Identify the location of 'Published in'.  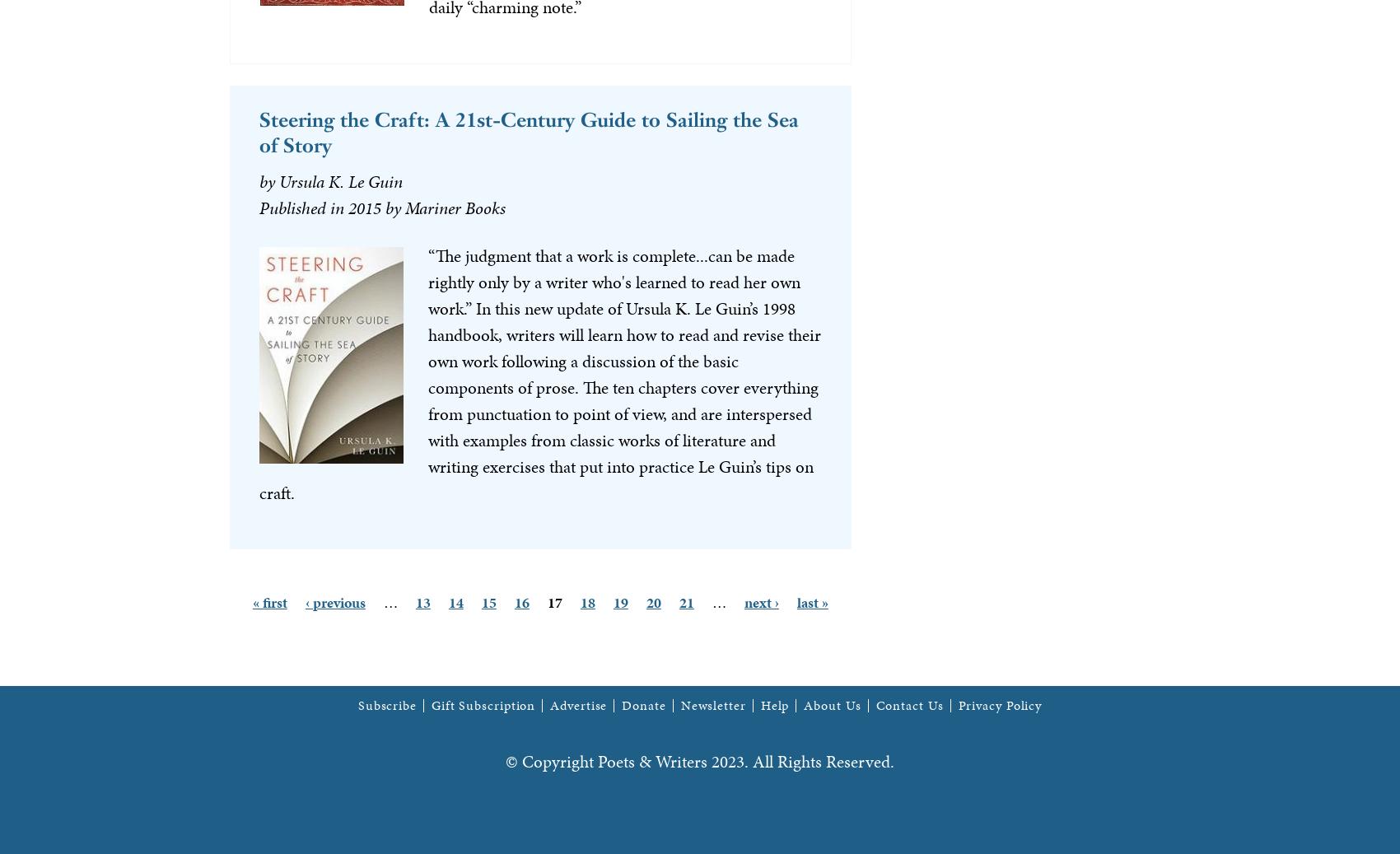
(302, 206).